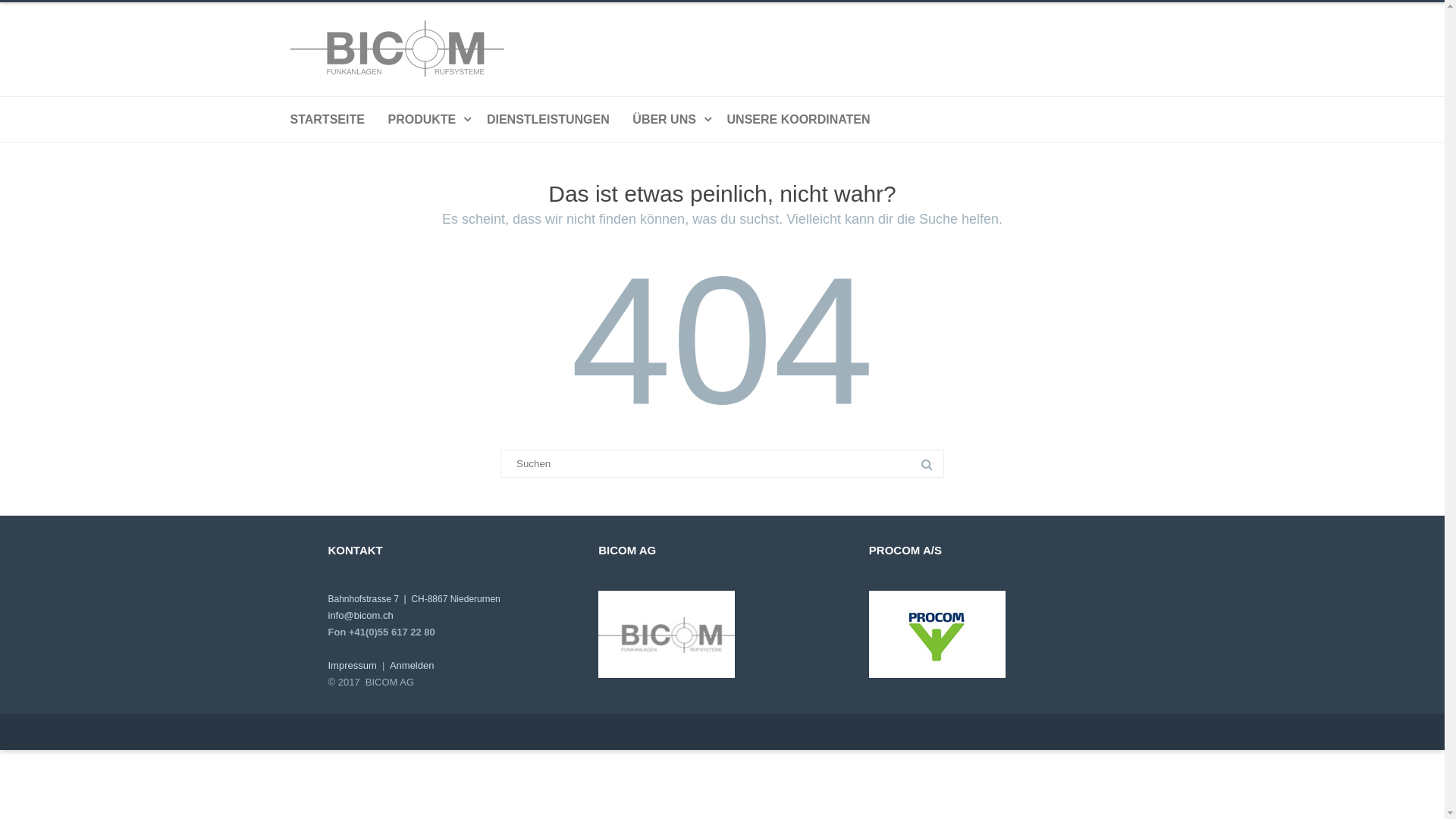 The height and width of the screenshot is (819, 1456). Describe the element at coordinates (359, 615) in the screenshot. I see `'info@bicom.ch'` at that location.